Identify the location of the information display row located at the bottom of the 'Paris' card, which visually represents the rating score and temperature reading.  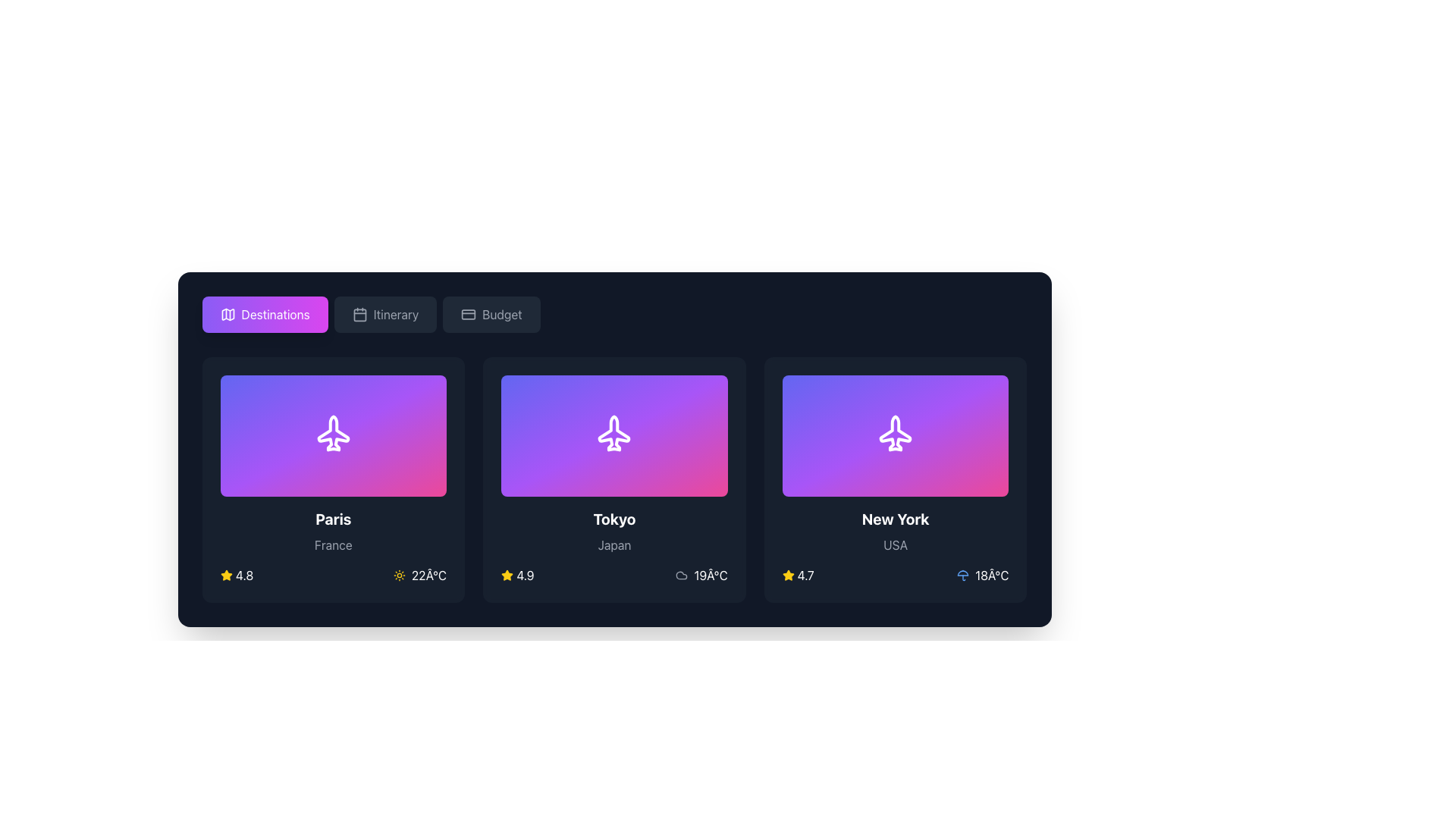
(332, 576).